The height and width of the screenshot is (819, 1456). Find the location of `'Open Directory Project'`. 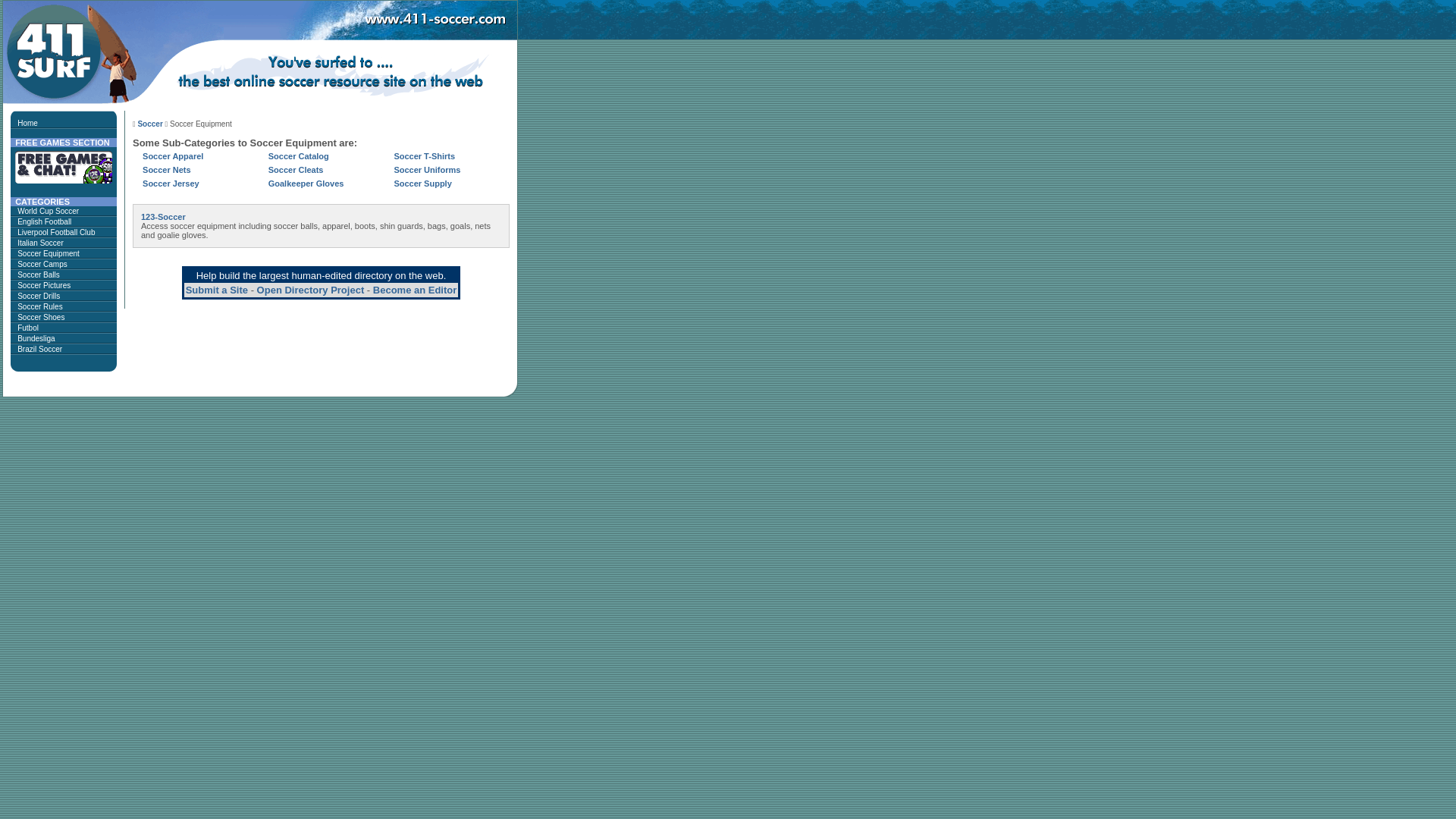

'Open Directory Project' is located at coordinates (309, 290).